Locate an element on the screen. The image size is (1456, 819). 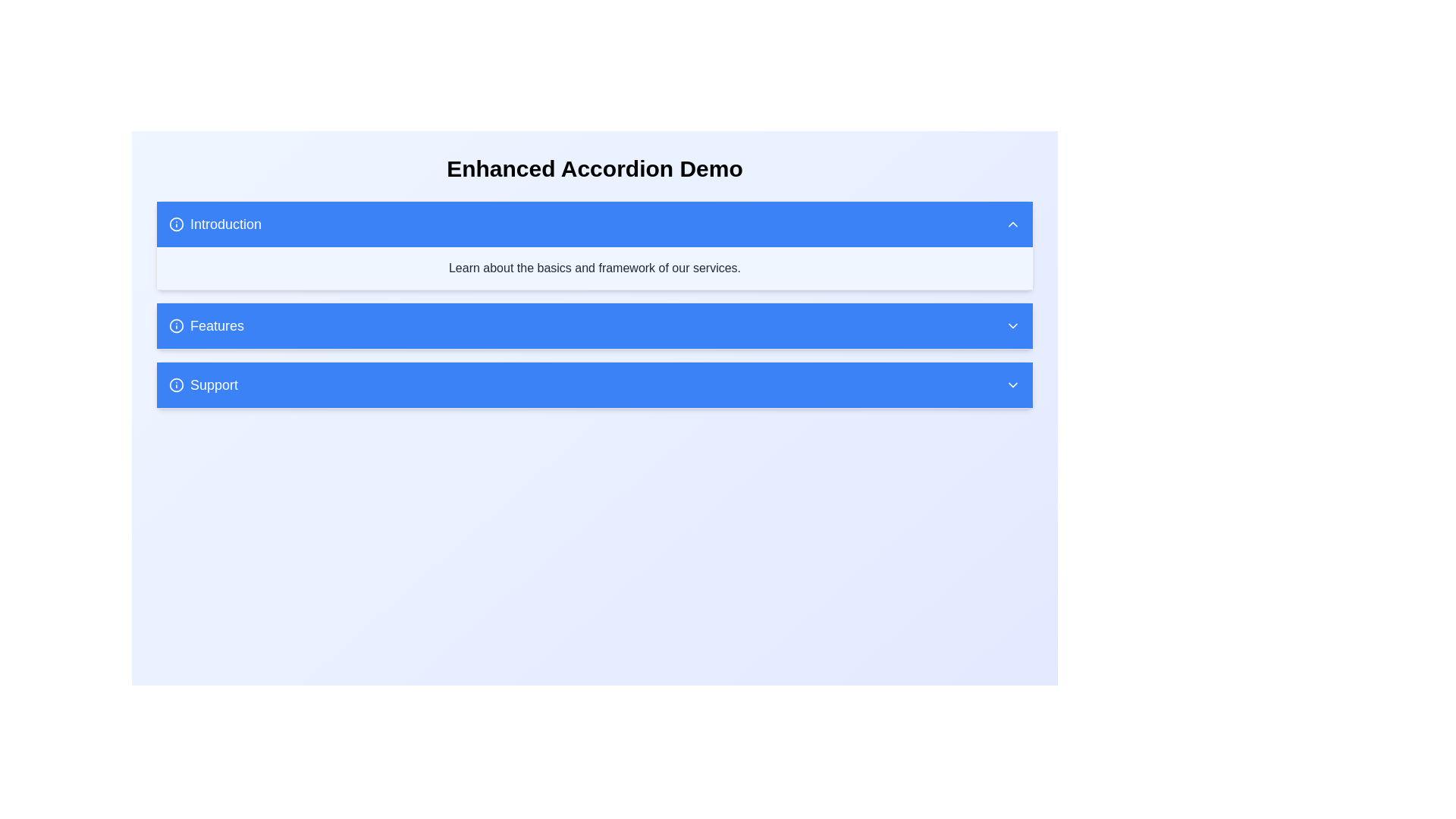
the 'Support' text label in the third section of the vertically stacked menu is located at coordinates (213, 384).